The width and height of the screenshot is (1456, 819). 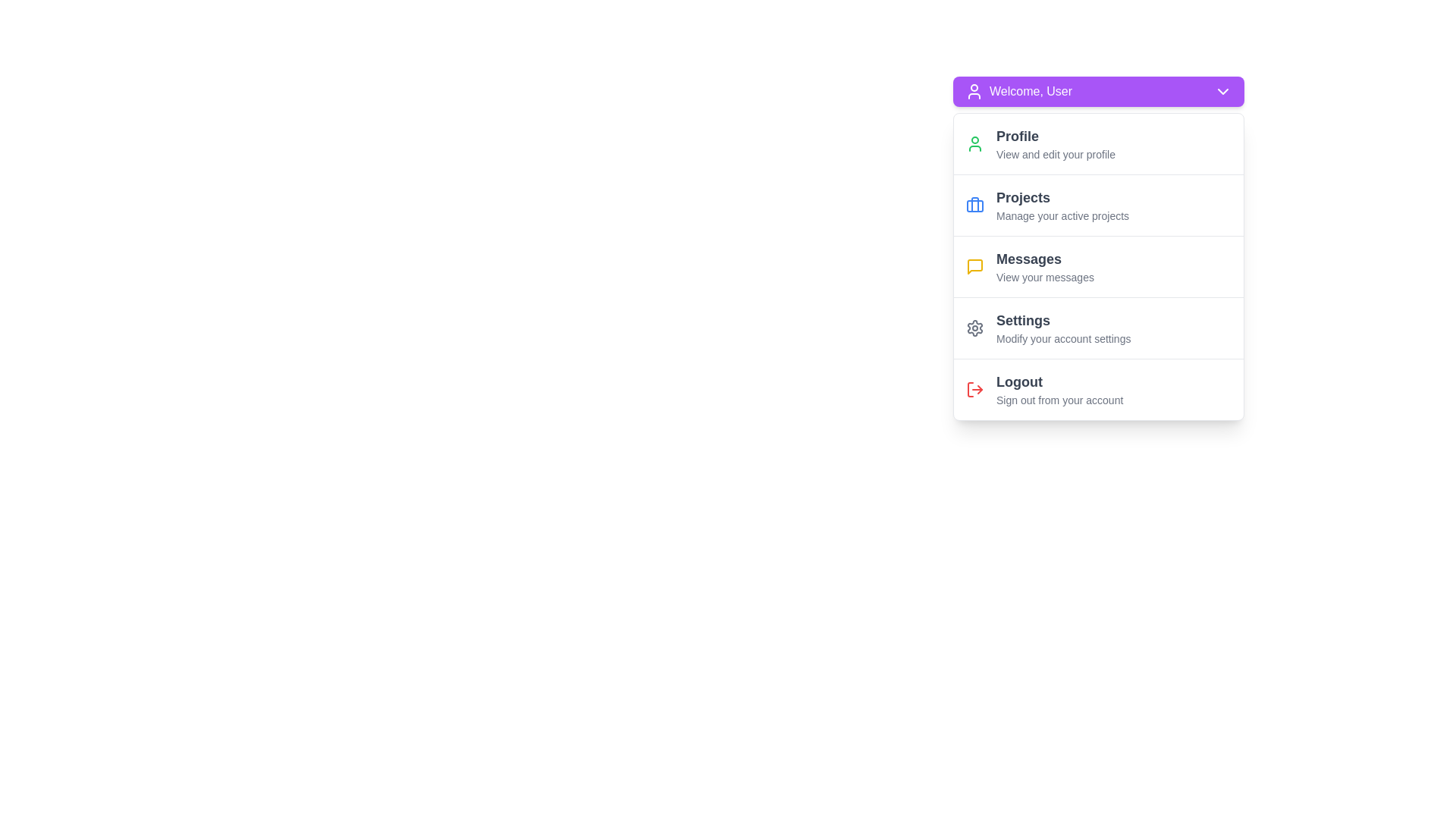 I want to click on the user profile icon, which is a circular SVG graphic displayed in white on a purple background, located to the far left within the header section before the 'Welcome, User' text, so click(x=974, y=91).